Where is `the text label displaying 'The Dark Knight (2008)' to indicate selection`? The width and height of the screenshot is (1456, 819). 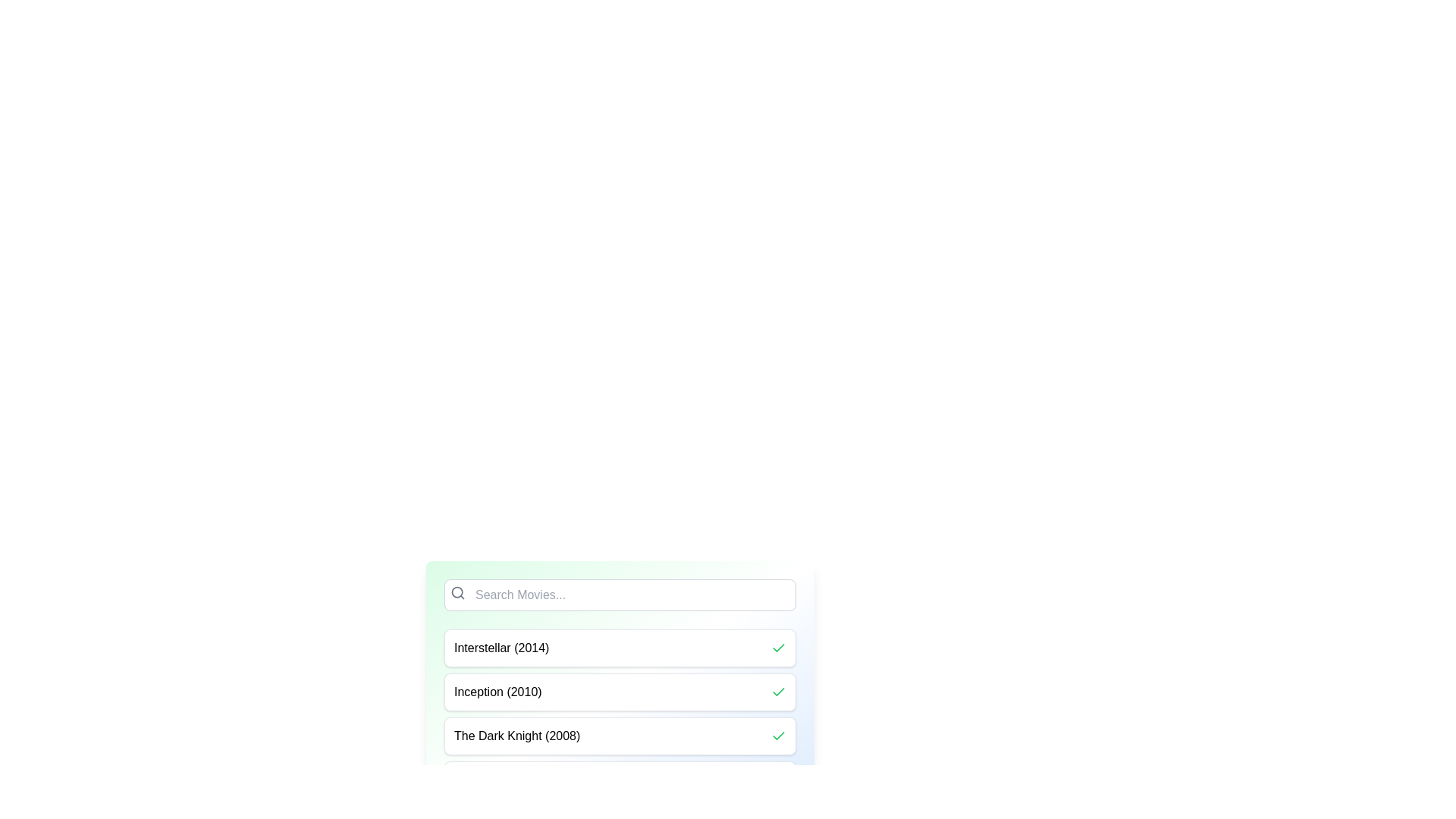 the text label displaying 'The Dark Knight (2008)' to indicate selection is located at coordinates (517, 736).